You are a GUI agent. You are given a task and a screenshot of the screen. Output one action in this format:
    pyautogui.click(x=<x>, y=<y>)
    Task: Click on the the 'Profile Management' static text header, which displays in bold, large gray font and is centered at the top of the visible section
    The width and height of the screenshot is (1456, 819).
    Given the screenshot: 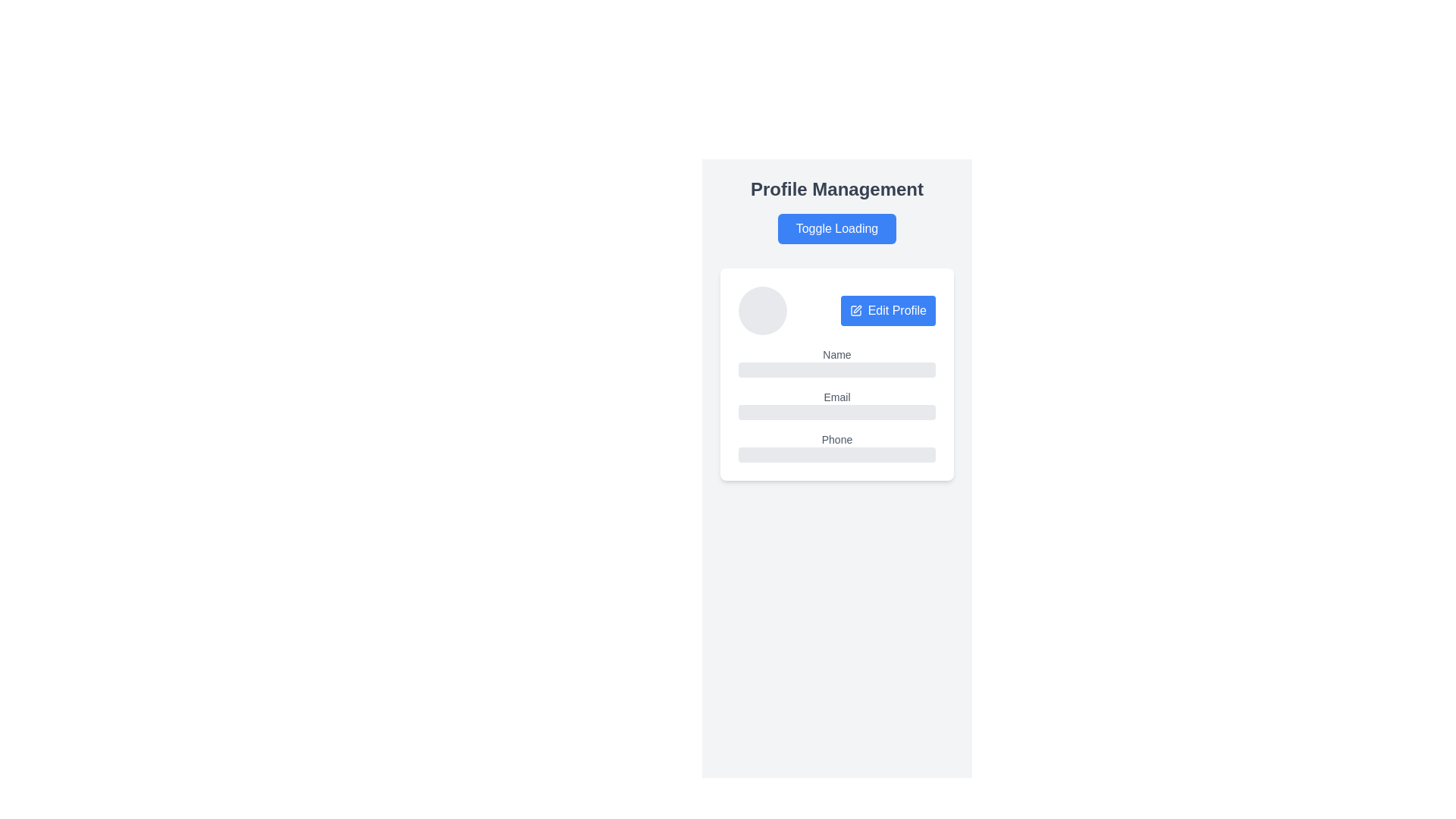 What is the action you would take?
    pyautogui.click(x=836, y=189)
    